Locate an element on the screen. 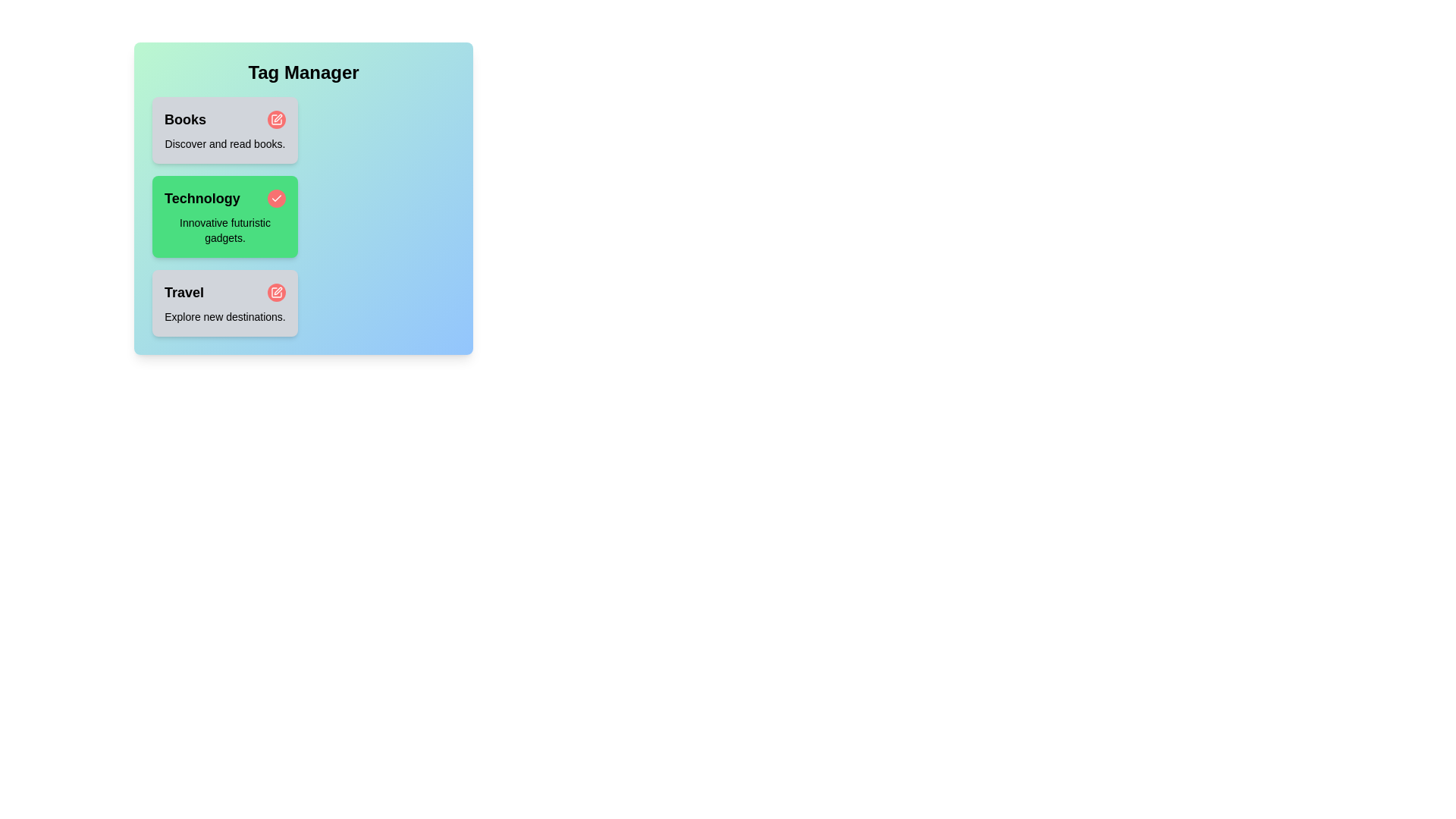 Image resolution: width=1456 pixels, height=819 pixels. the tag card for Books is located at coordinates (224, 130).